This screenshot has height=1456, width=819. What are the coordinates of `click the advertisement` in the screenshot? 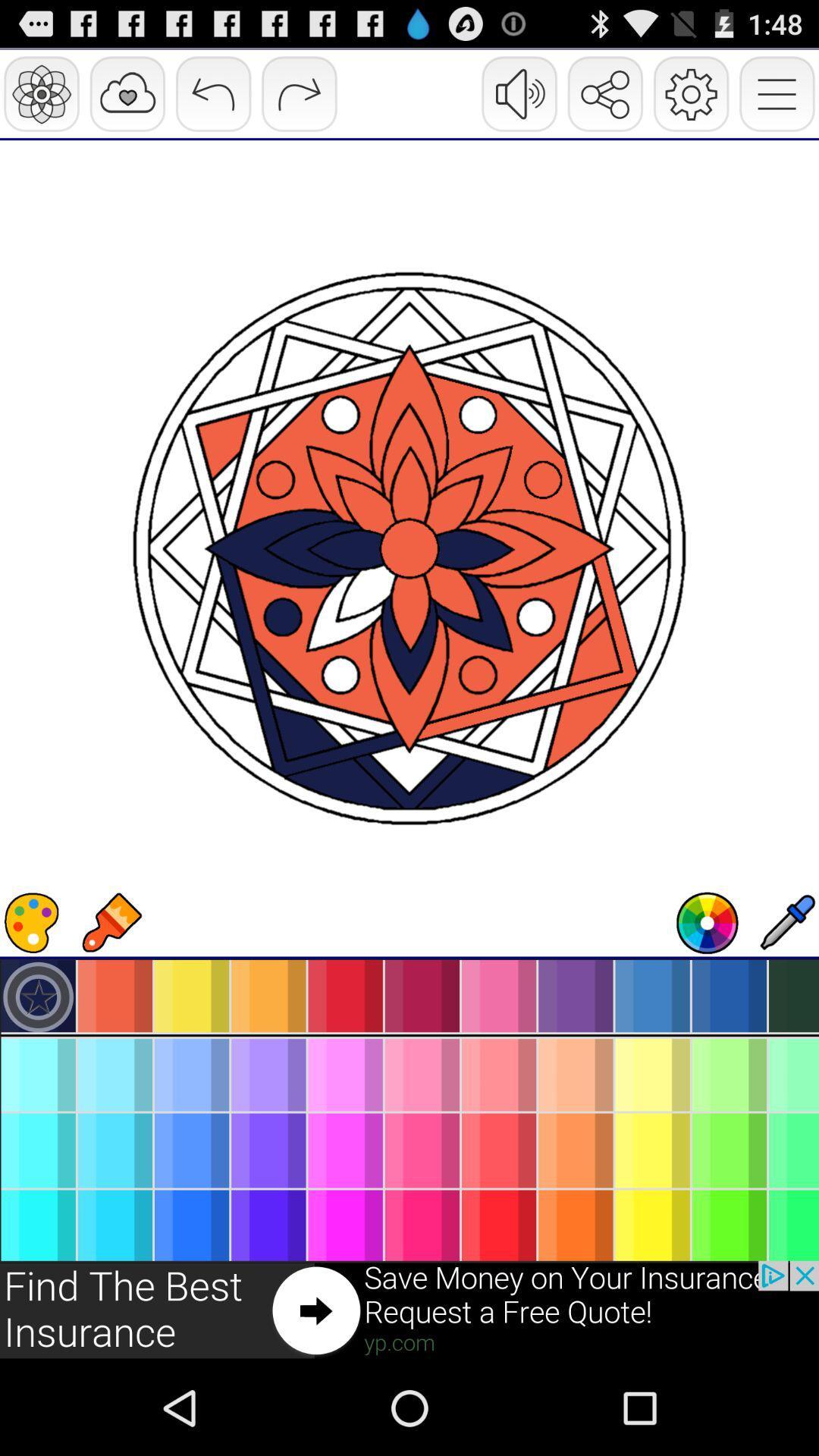 It's located at (409, 1310).